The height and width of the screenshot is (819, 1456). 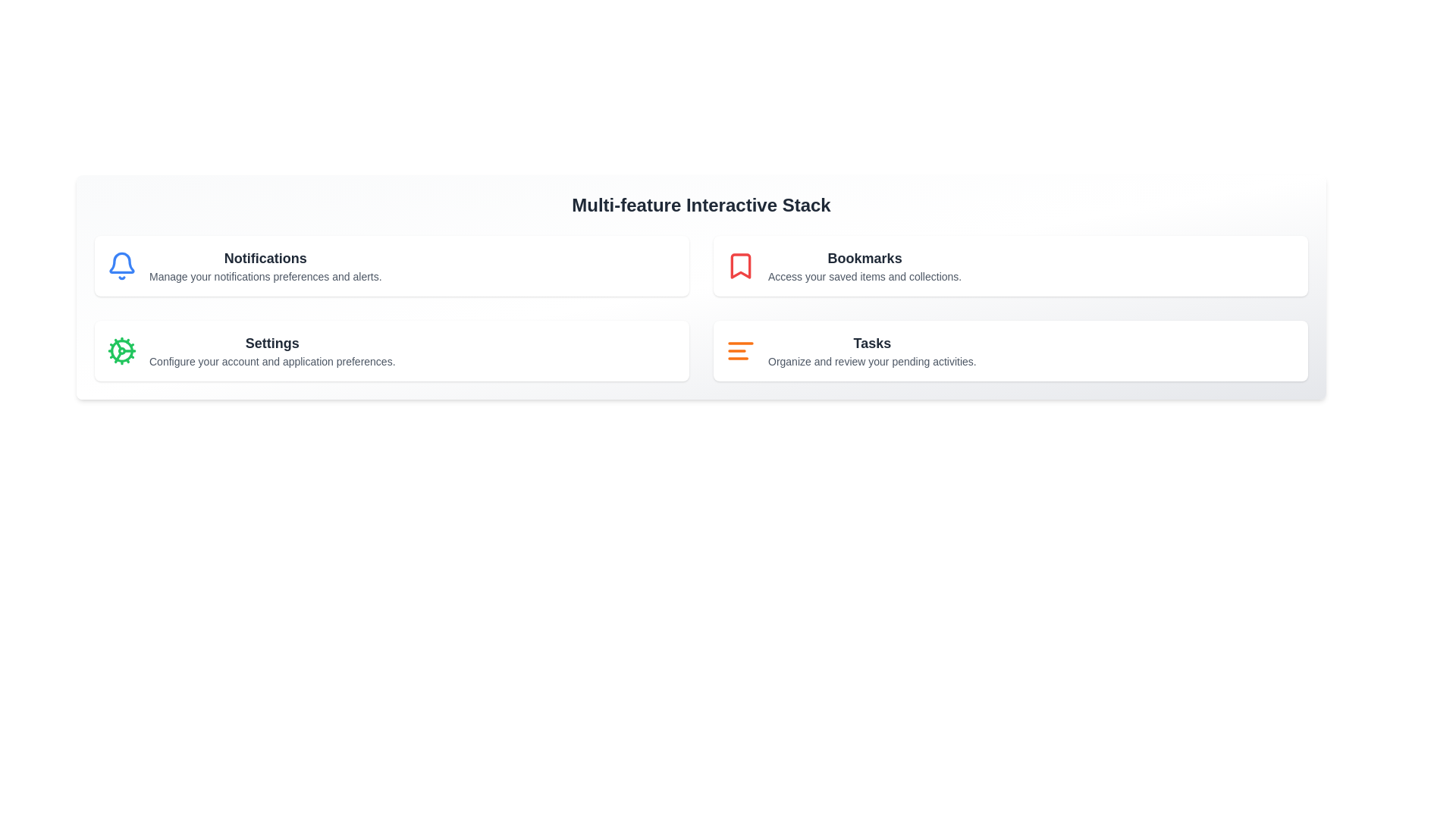 What do you see at coordinates (864, 277) in the screenshot?
I see `descriptive text element located directly below the 'Bookmarks' header in the 'Bookmarks' section of the interface, which contains information about the functionality of the 'Bookmarks' feature` at bounding box center [864, 277].